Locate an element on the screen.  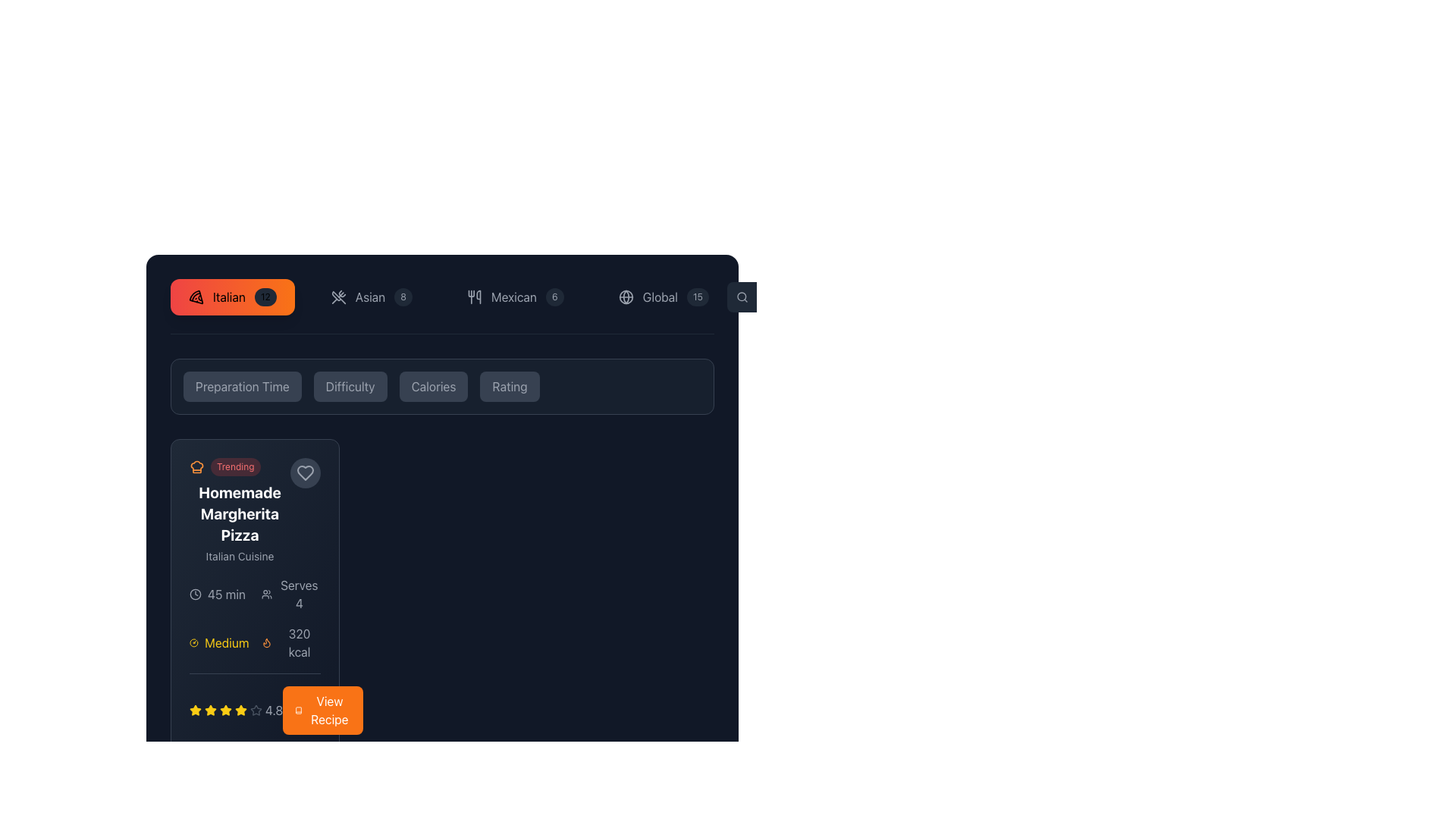
text from the element containing the heading 'Homemade Margherita Pizza' and subtitle 'Italian Cuisine', which is located centered within the first card of recipe items is located at coordinates (255, 511).